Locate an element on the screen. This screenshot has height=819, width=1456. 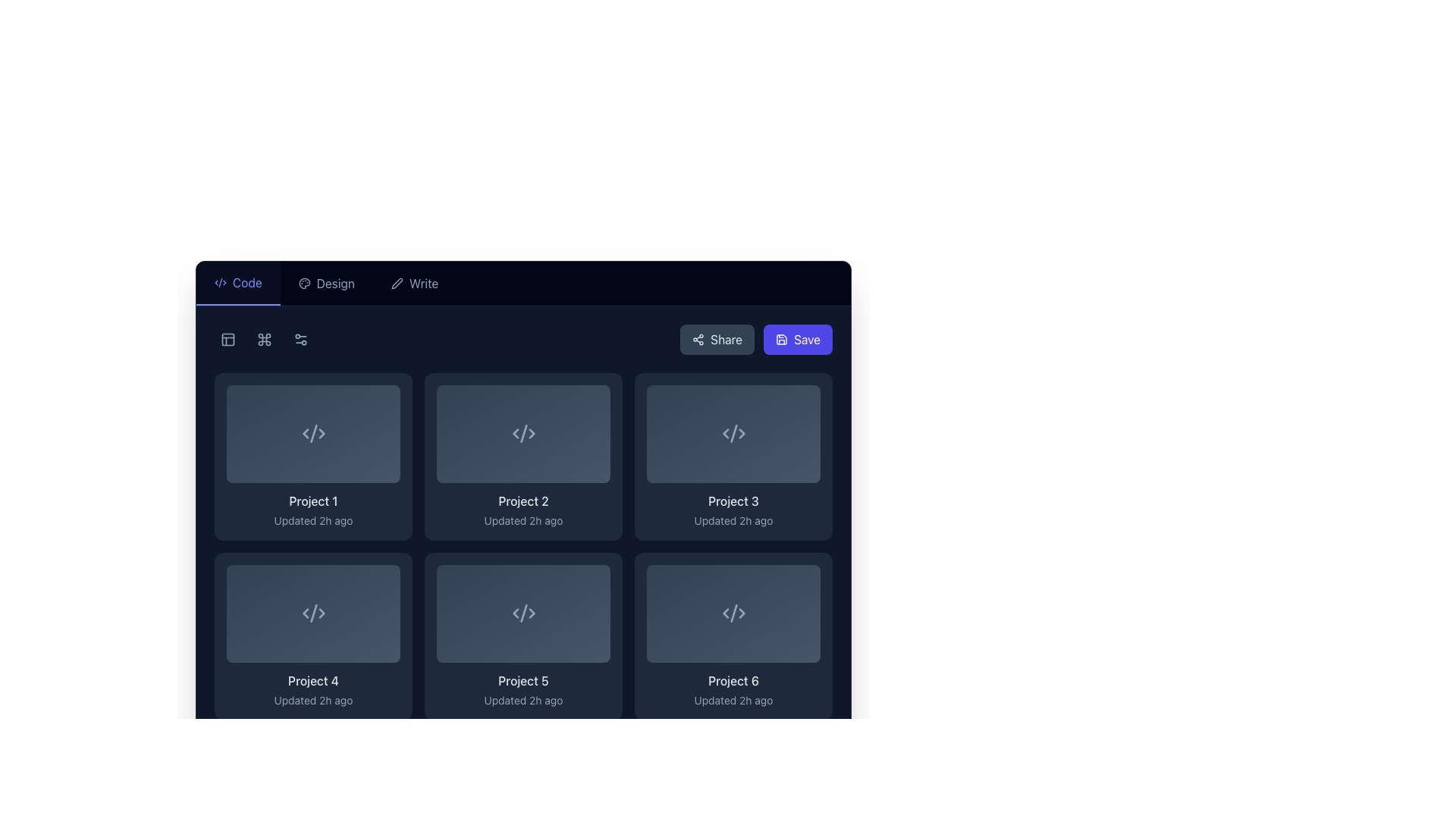
the text label displaying 'Project 2', which is styled in light slate color and located in the center column of the third row of the project cards grid is located at coordinates (523, 500).